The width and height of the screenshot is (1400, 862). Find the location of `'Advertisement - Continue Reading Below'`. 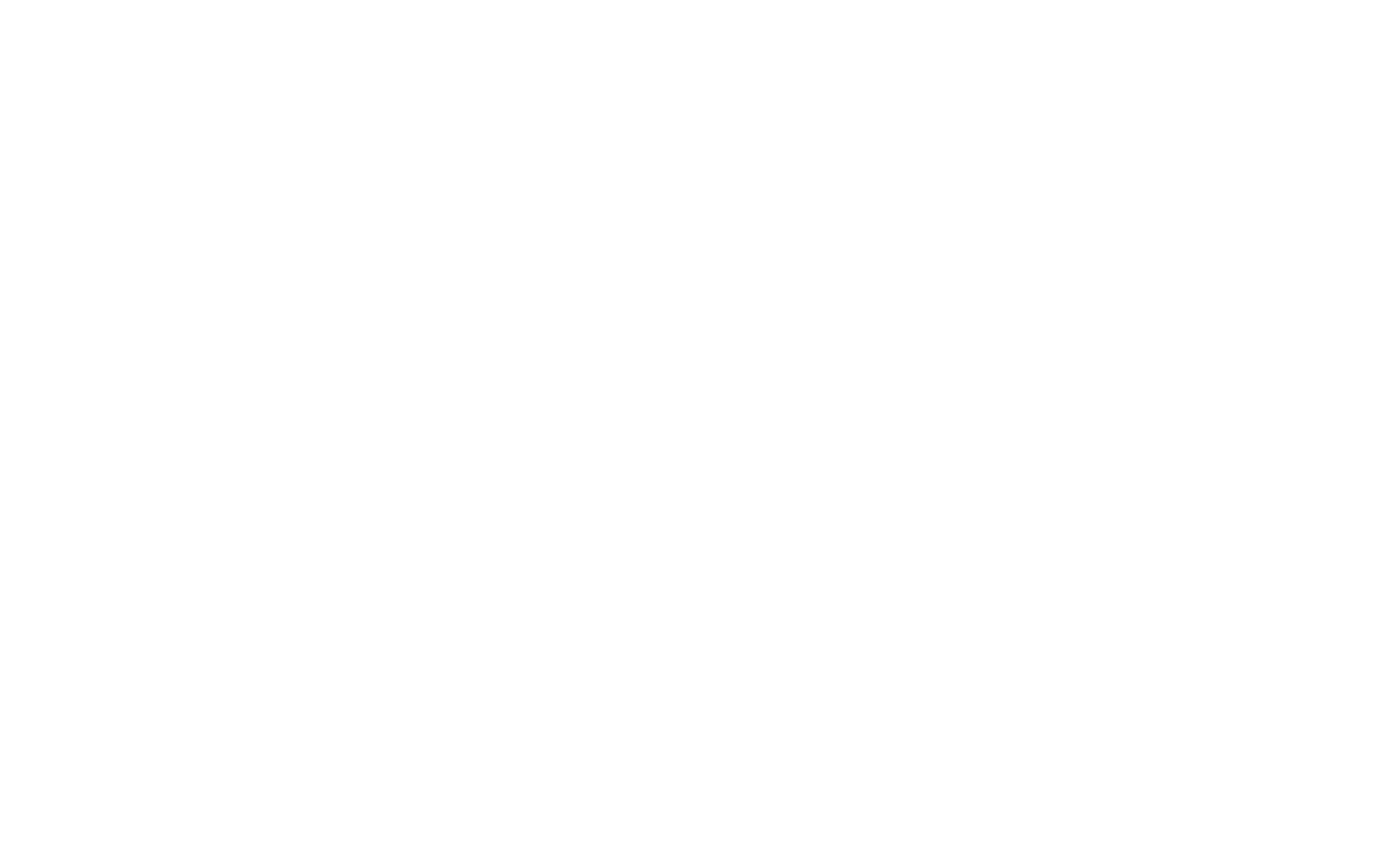

'Advertisement - Continue Reading Below' is located at coordinates (699, 293).